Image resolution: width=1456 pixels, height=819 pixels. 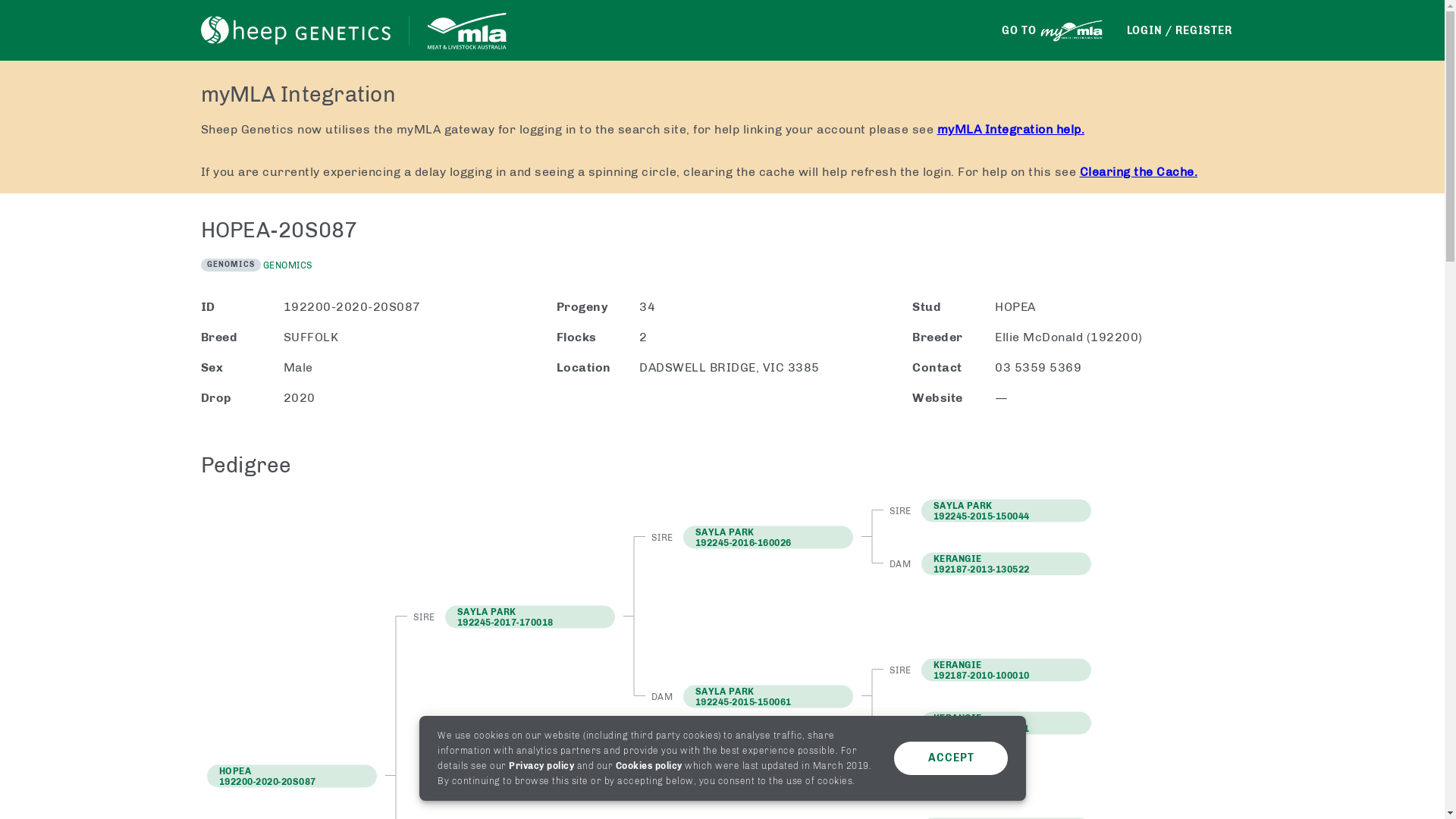 I want to click on 'Cookies policy', so click(x=648, y=766).